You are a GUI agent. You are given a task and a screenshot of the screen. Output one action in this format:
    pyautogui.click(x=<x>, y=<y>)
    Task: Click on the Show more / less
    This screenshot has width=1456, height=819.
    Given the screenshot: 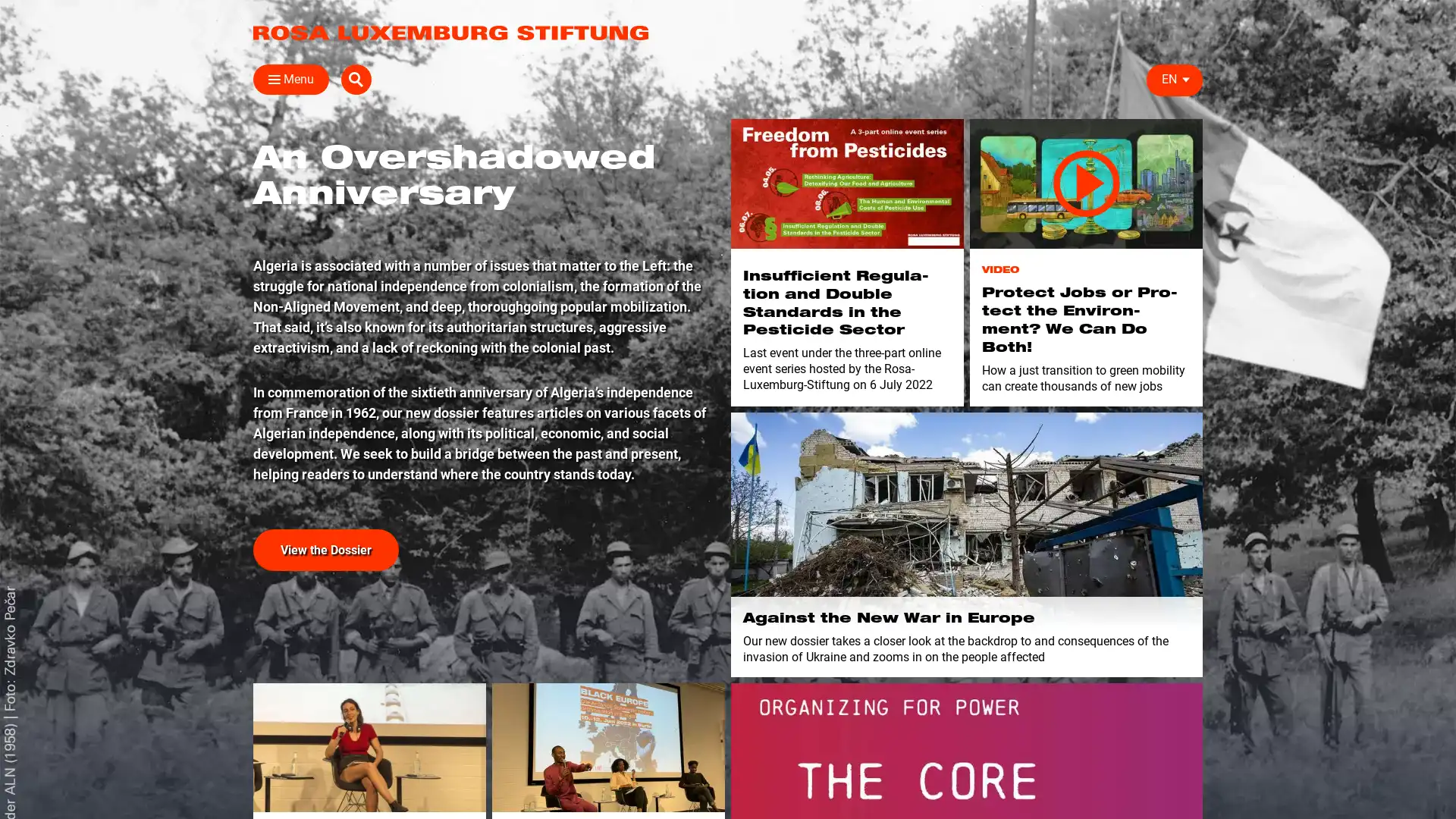 What is the action you would take?
    pyautogui.click(x=483, y=227)
    